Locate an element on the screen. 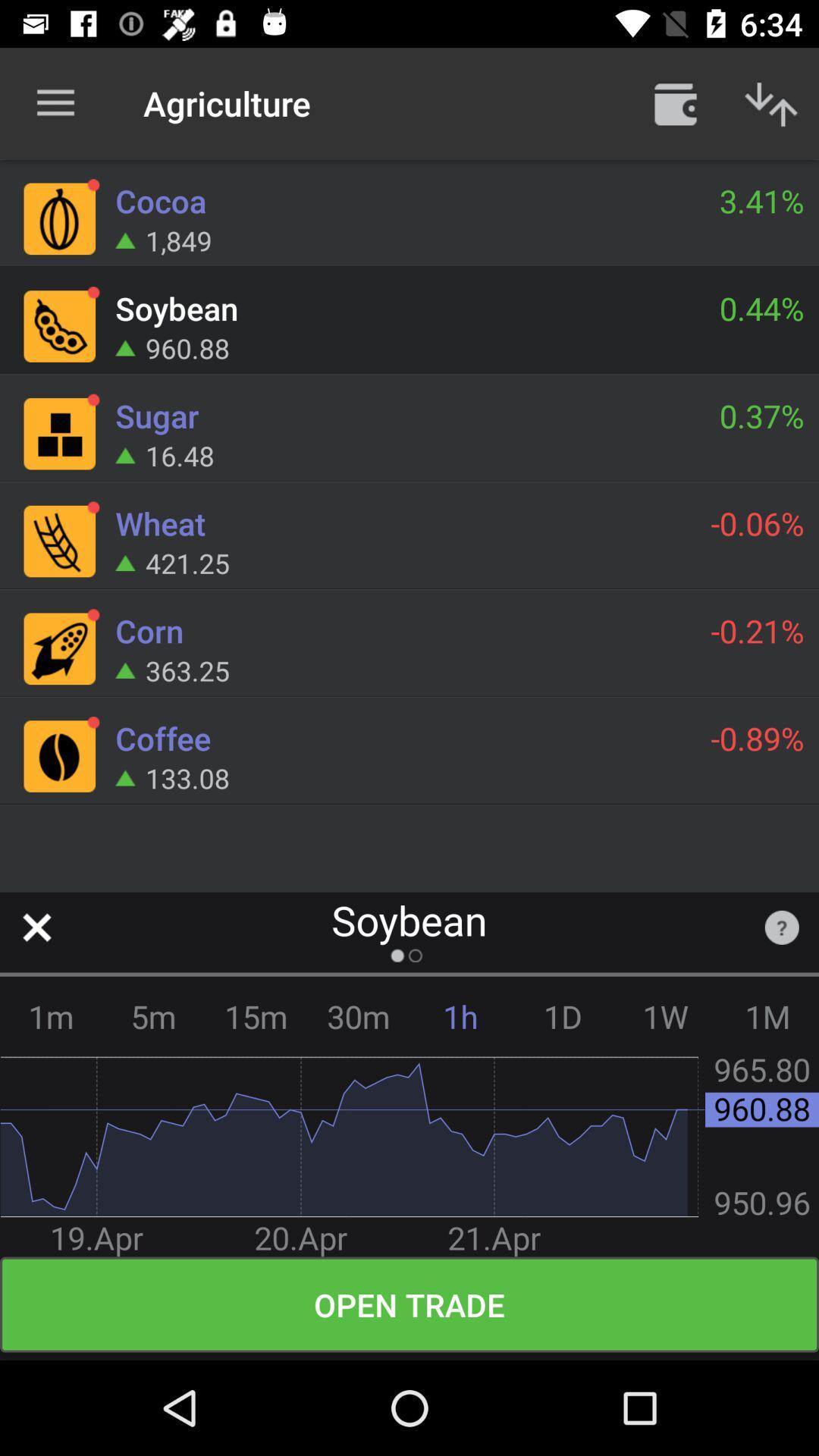  icon next to soybean item is located at coordinates (36, 927).